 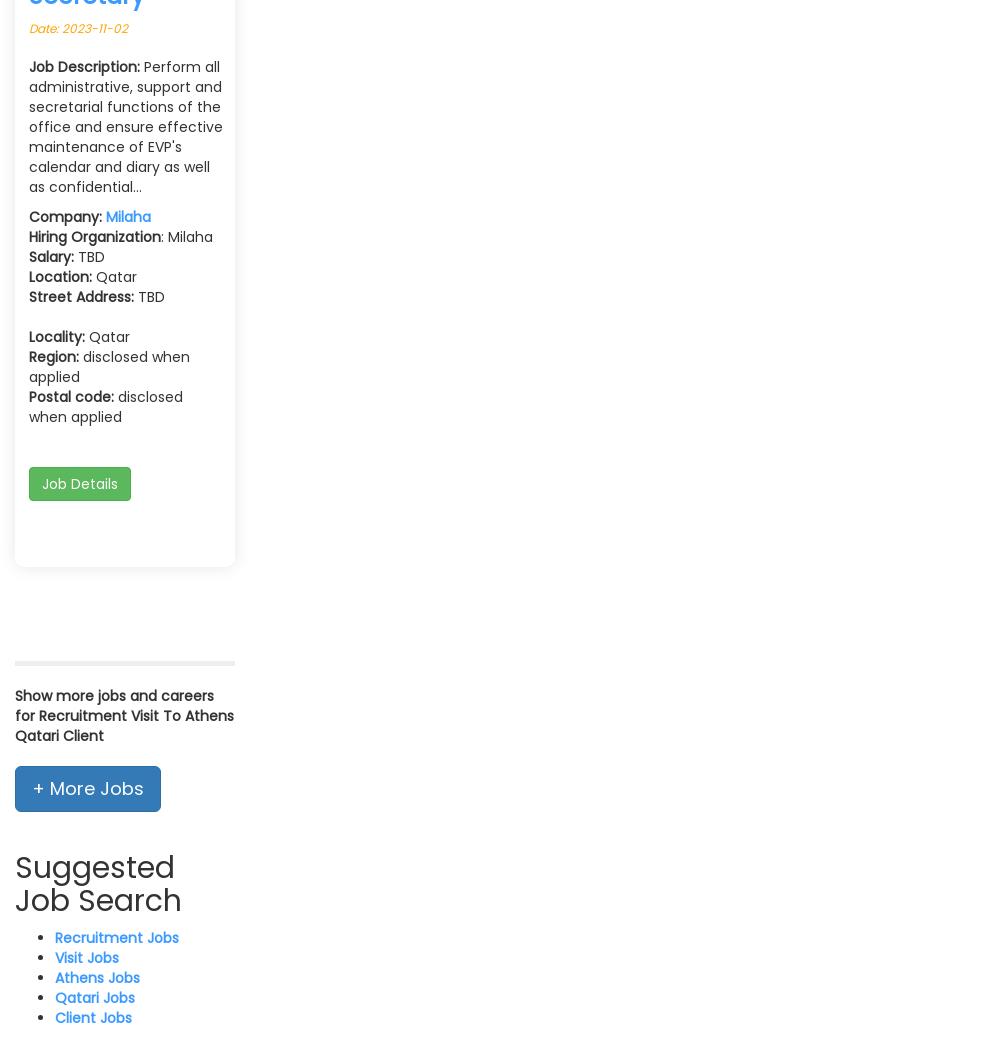 I want to click on 'Milaha', so click(x=127, y=215).